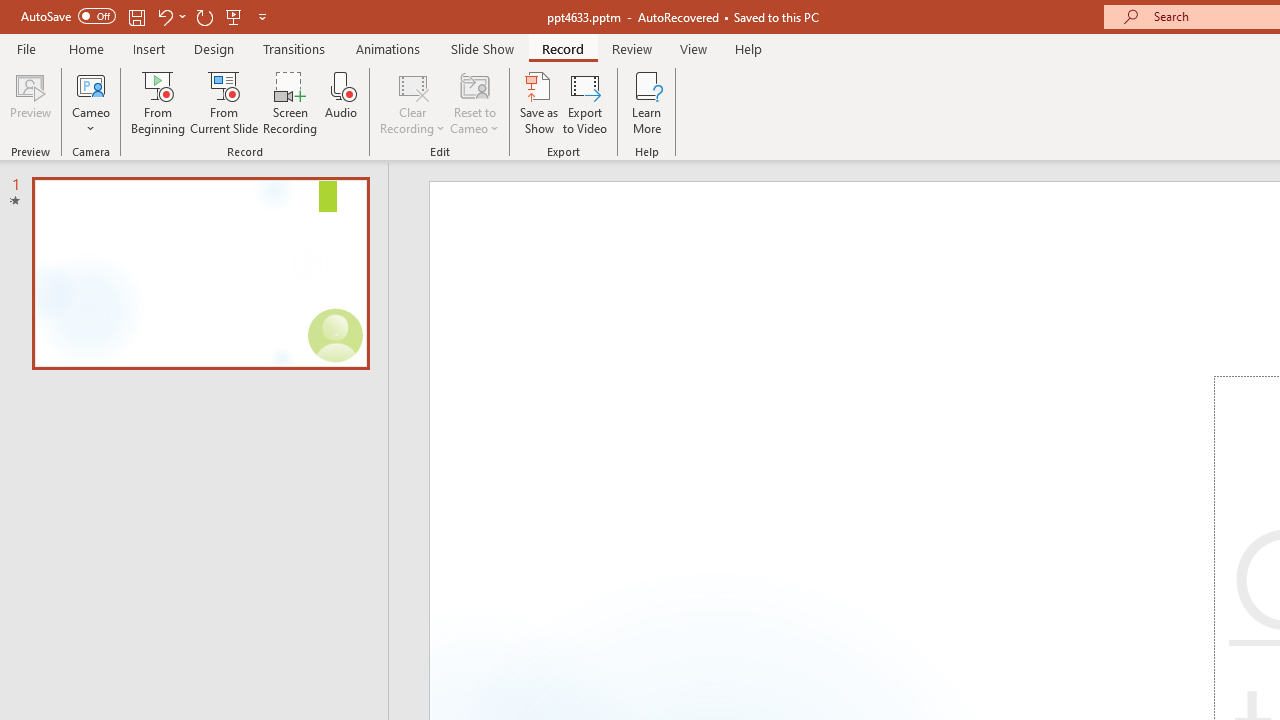  I want to click on 'Clear Recording', so click(411, 103).